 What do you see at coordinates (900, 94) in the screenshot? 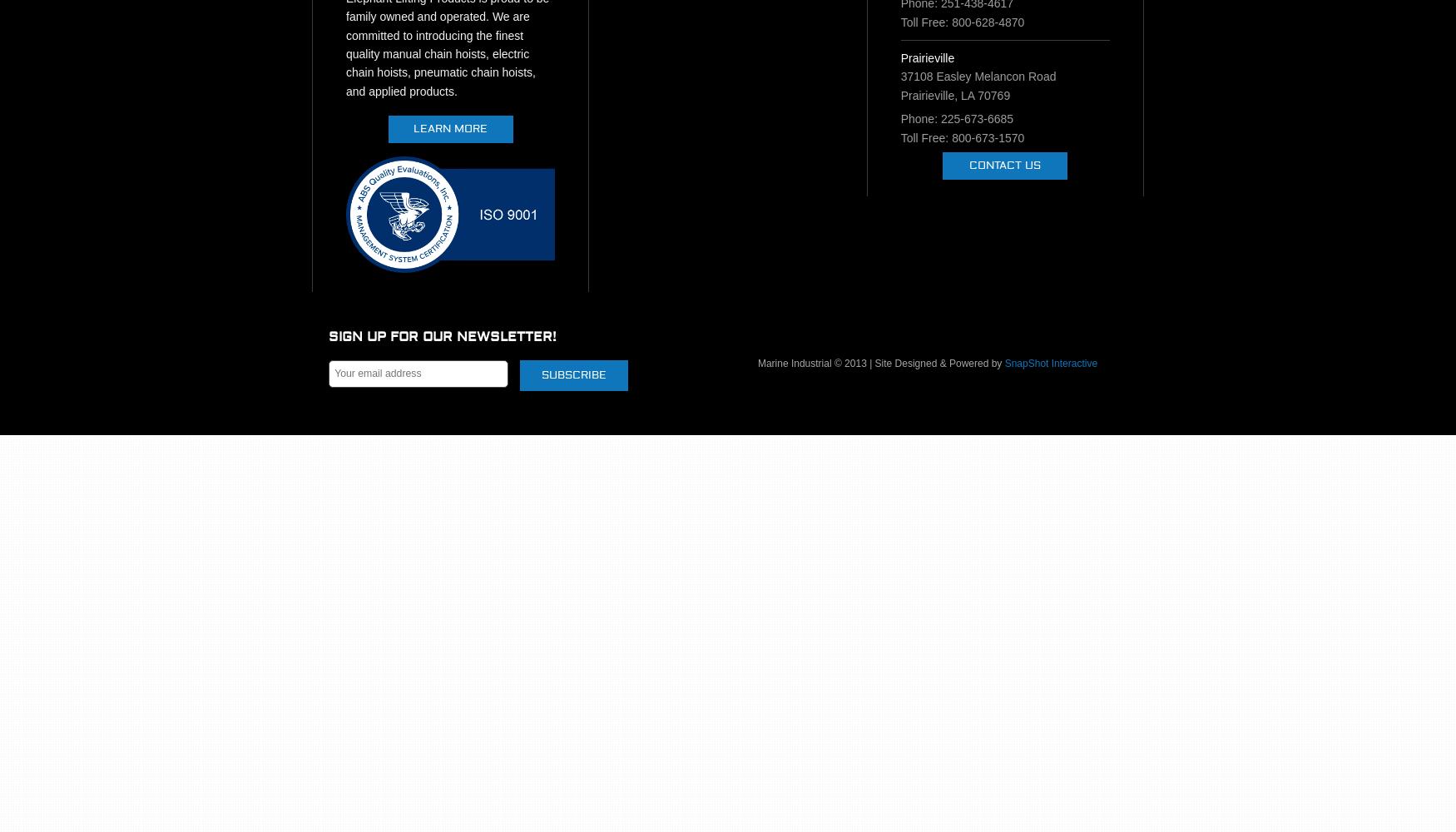
I see `'Prairieville, LA 70769'` at bounding box center [900, 94].